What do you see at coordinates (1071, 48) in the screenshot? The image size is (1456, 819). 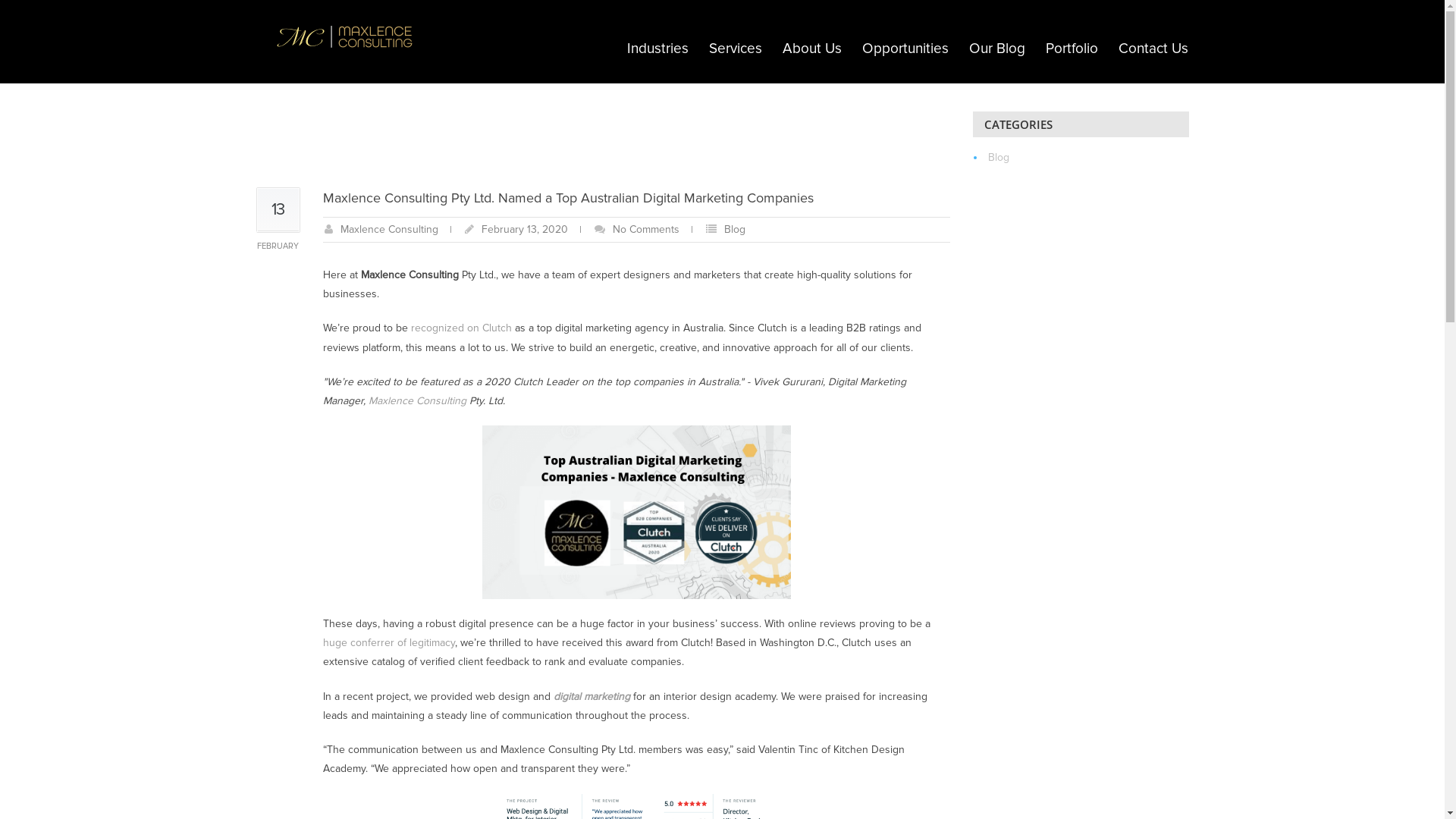 I see `'Portfolio'` at bounding box center [1071, 48].